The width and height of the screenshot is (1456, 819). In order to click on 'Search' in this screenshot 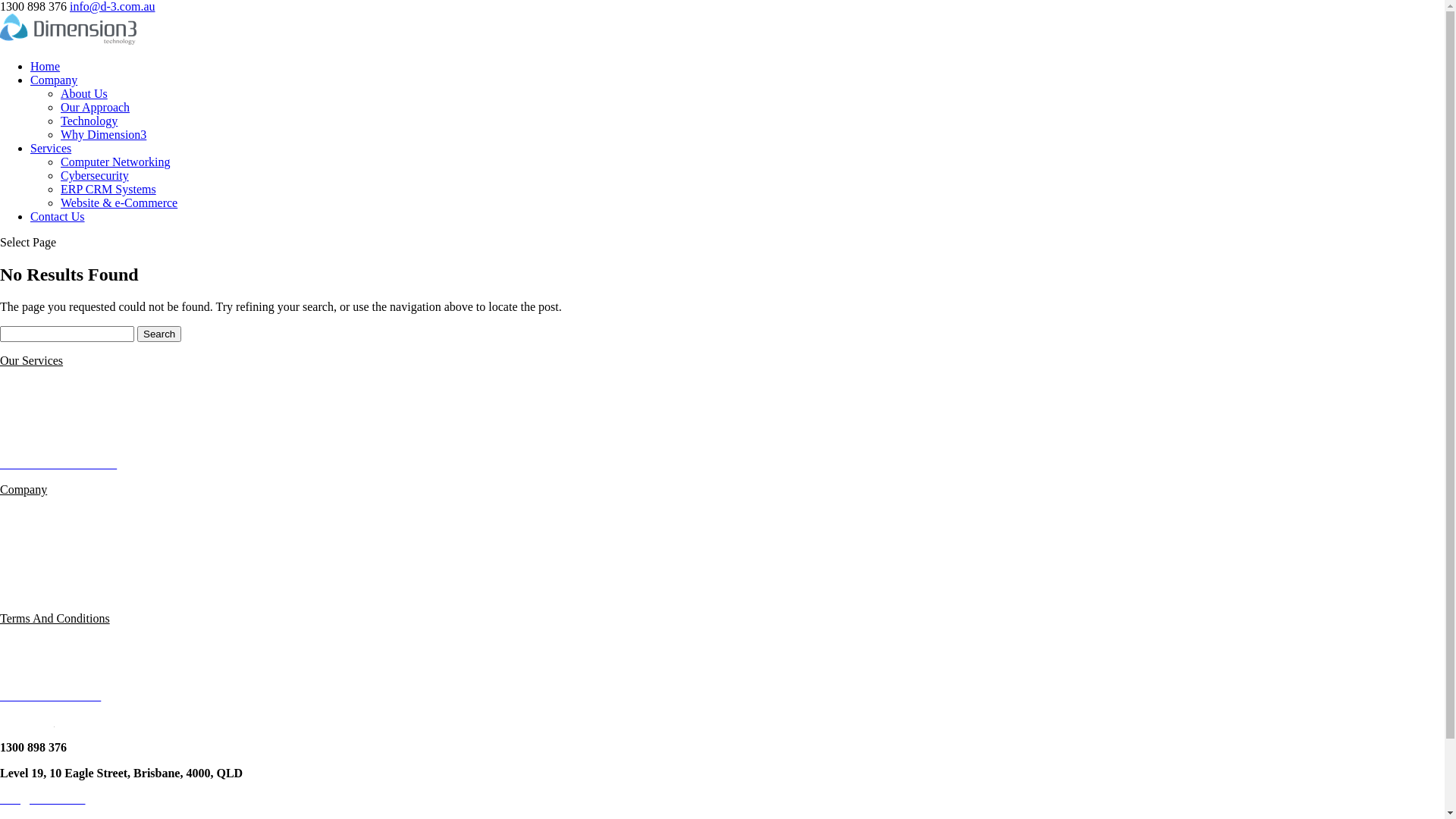, I will do `click(159, 333)`.